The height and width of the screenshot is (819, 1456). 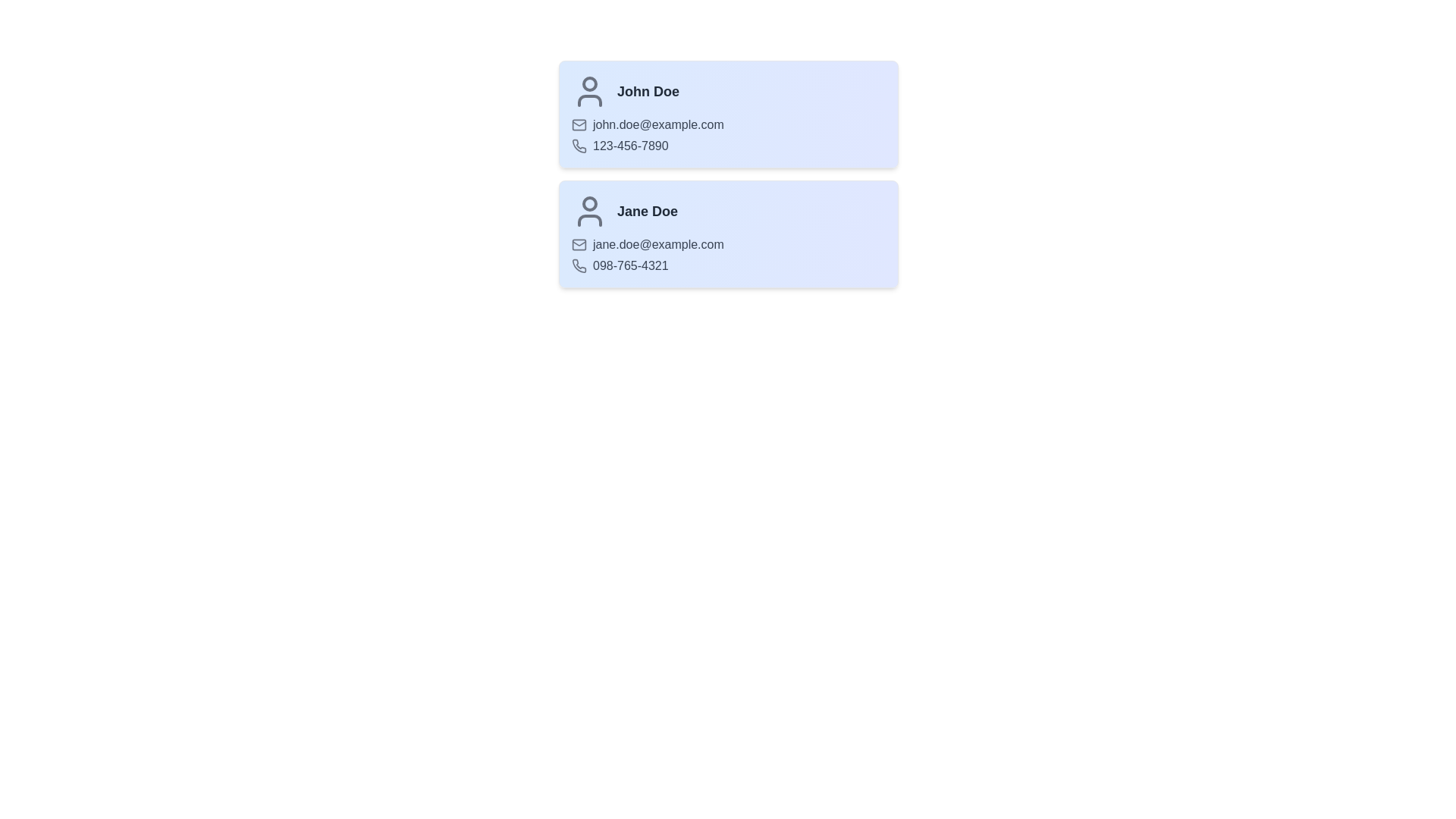 I want to click on the email icon for John Doe, so click(x=578, y=124).